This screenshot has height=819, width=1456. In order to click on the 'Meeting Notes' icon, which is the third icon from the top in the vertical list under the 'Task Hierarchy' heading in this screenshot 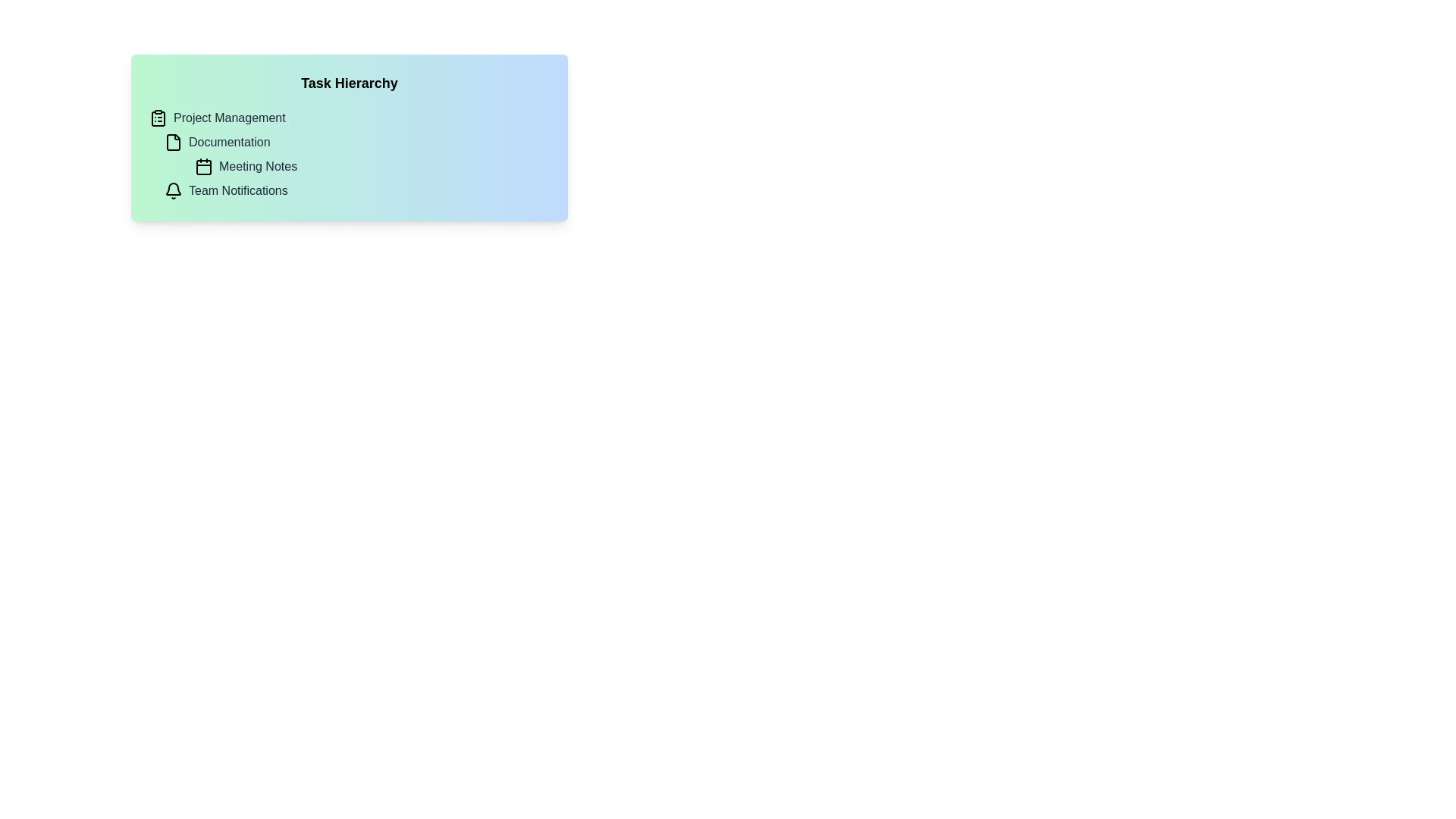, I will do `click(202, 166)`.